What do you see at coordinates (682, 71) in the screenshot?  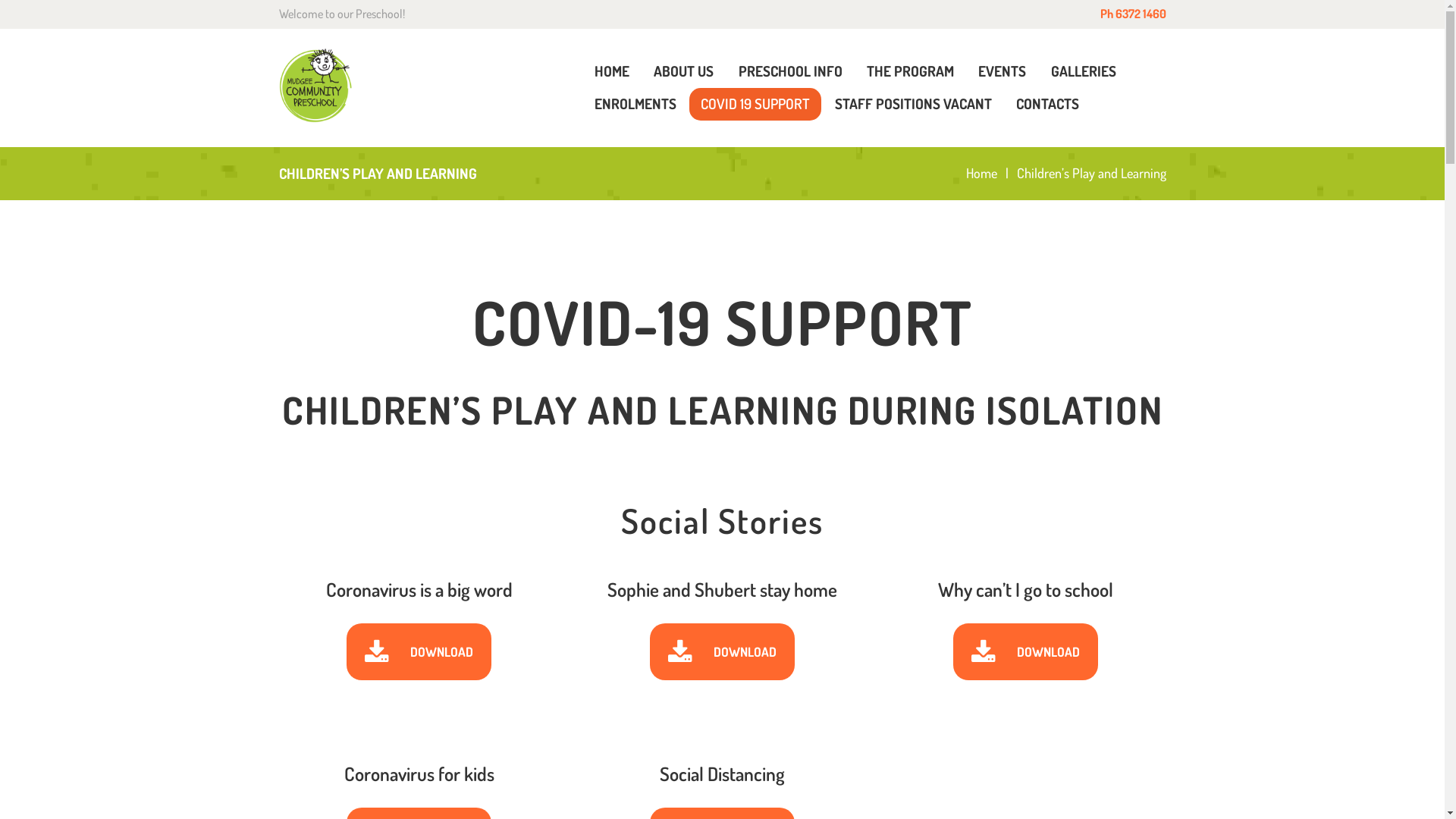 I see `'ABOUT US'` at bounding box center [682, 71].